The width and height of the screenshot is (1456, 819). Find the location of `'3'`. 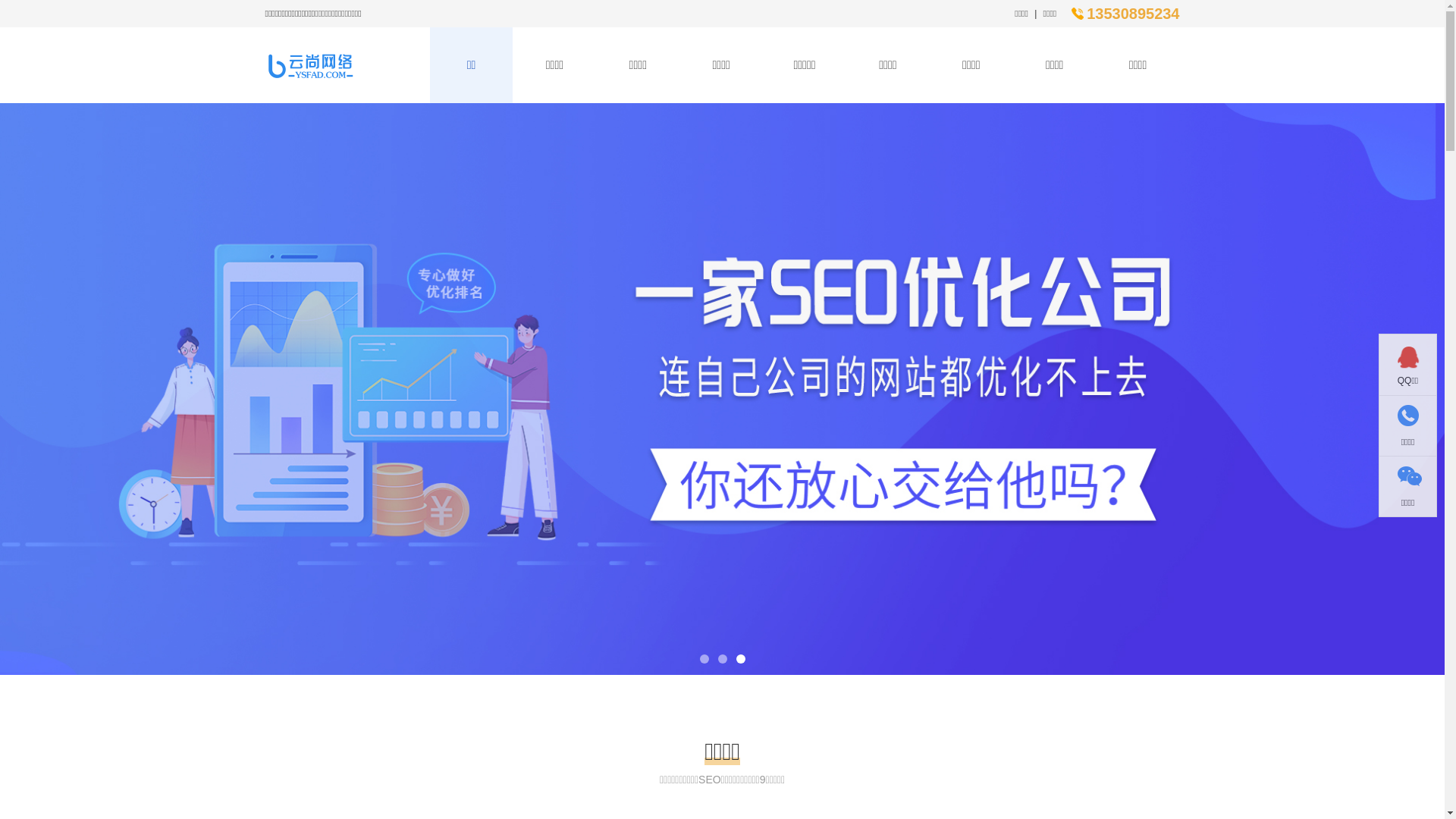

'3' is located at coordinates (739, 657).